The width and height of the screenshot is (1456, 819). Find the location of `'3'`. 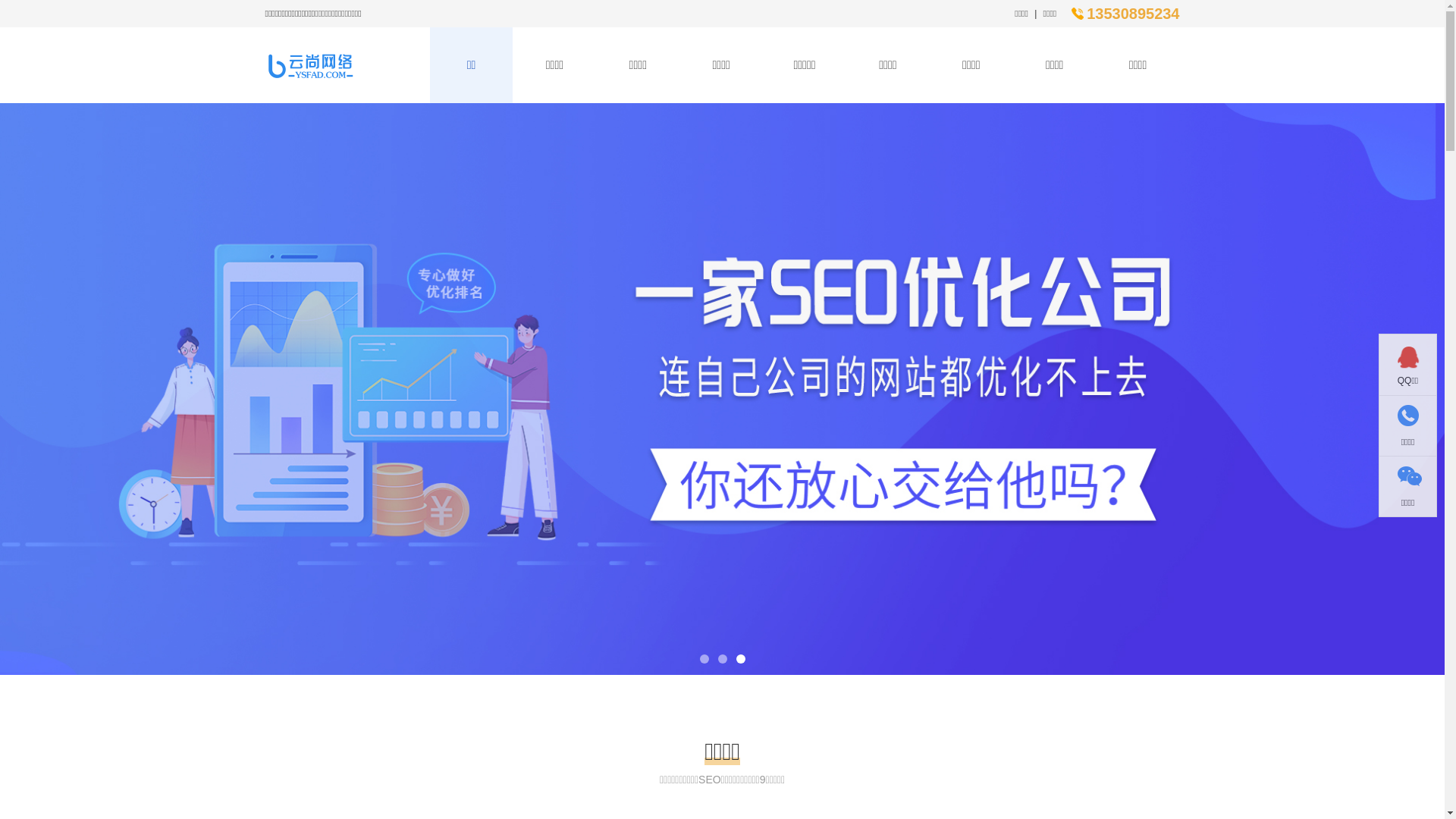

'3' is located at coordinates (739, 657).